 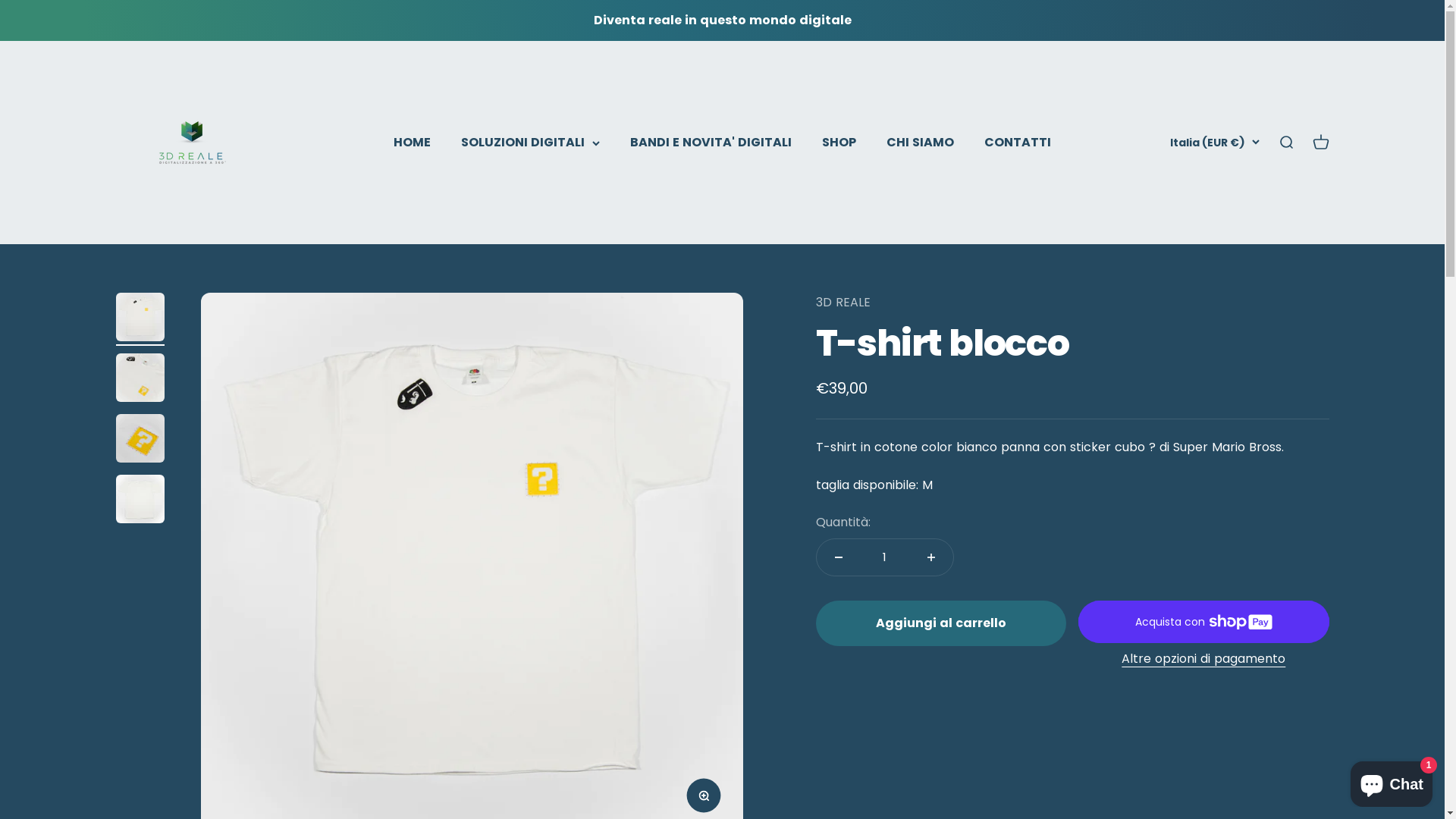 I want to click on 'Mostra il menu di ricerca', so click(x=1284, y=143).